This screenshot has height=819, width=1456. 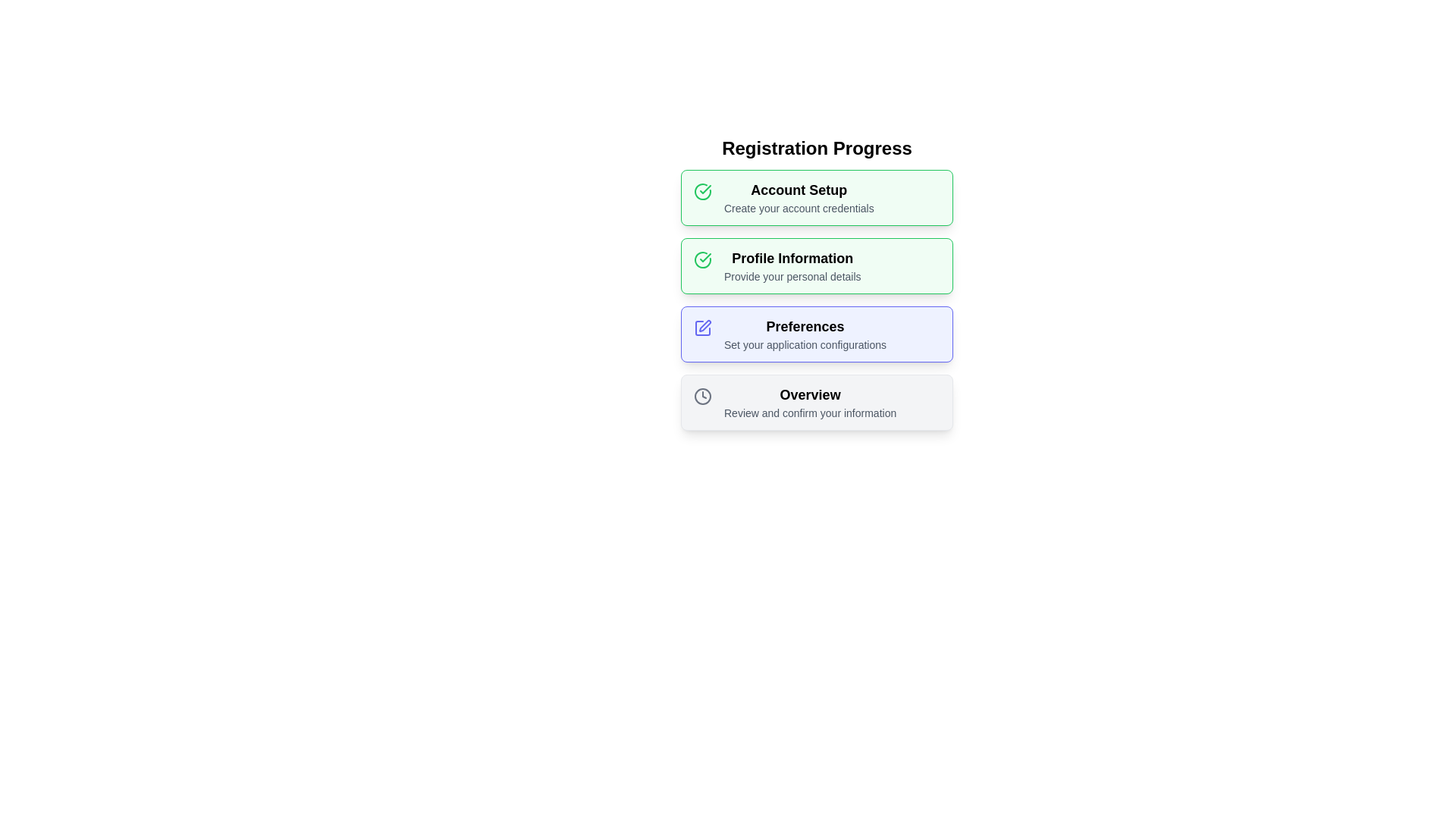 What do you see at coordinates (809, 402) in the screenshot?
I see `the non-interactive text block that summarizes and confirms user input in the registration process, located at the bottom of the registration progress section` at bounding box center [809, 402].